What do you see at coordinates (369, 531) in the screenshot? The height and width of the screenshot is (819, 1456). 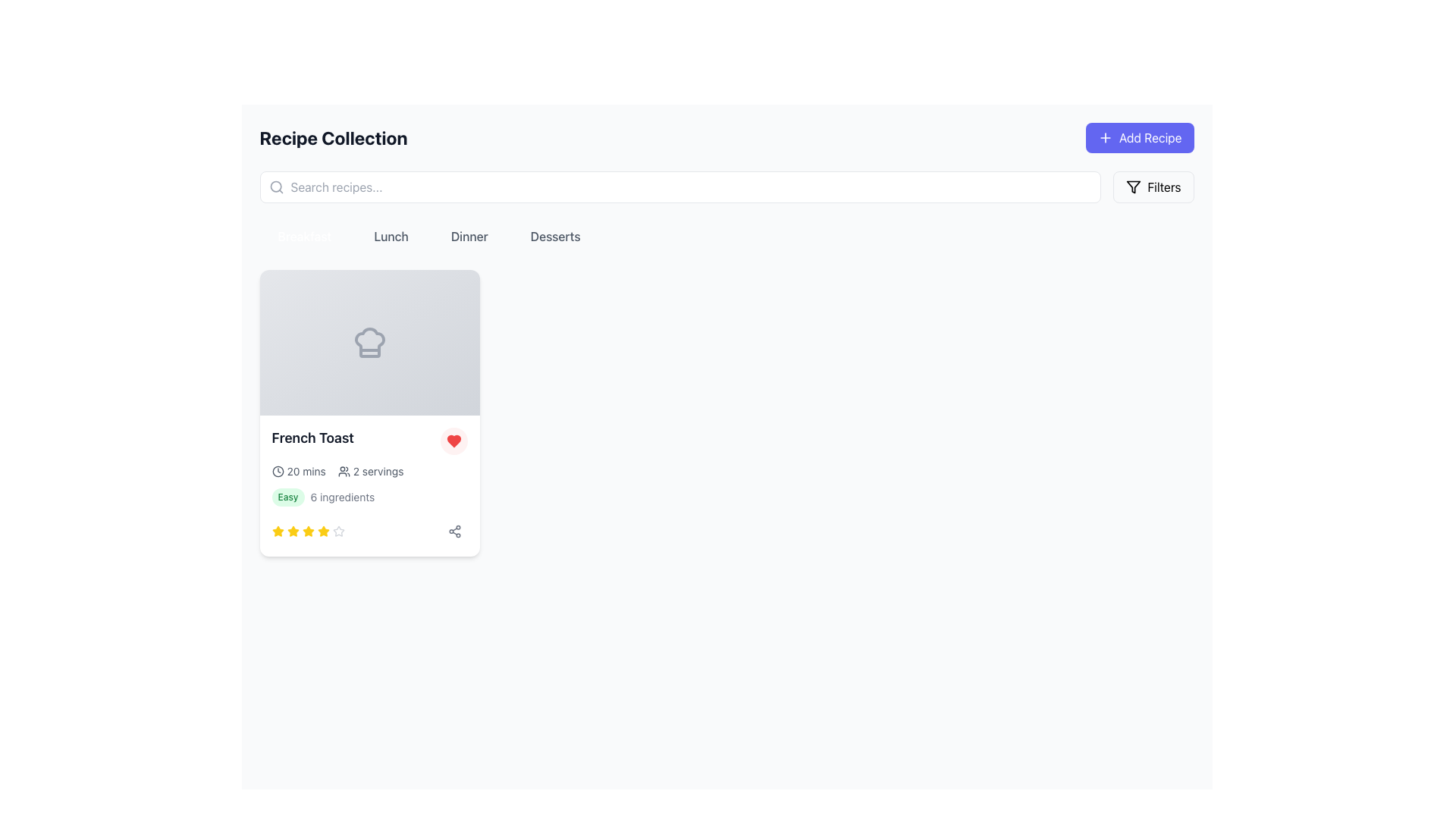 I see `current rating status visually by observing the stars in the Rating component for the 'French Toast' recipe, located in the bottom right of the card` at bounding box center [369, 531].